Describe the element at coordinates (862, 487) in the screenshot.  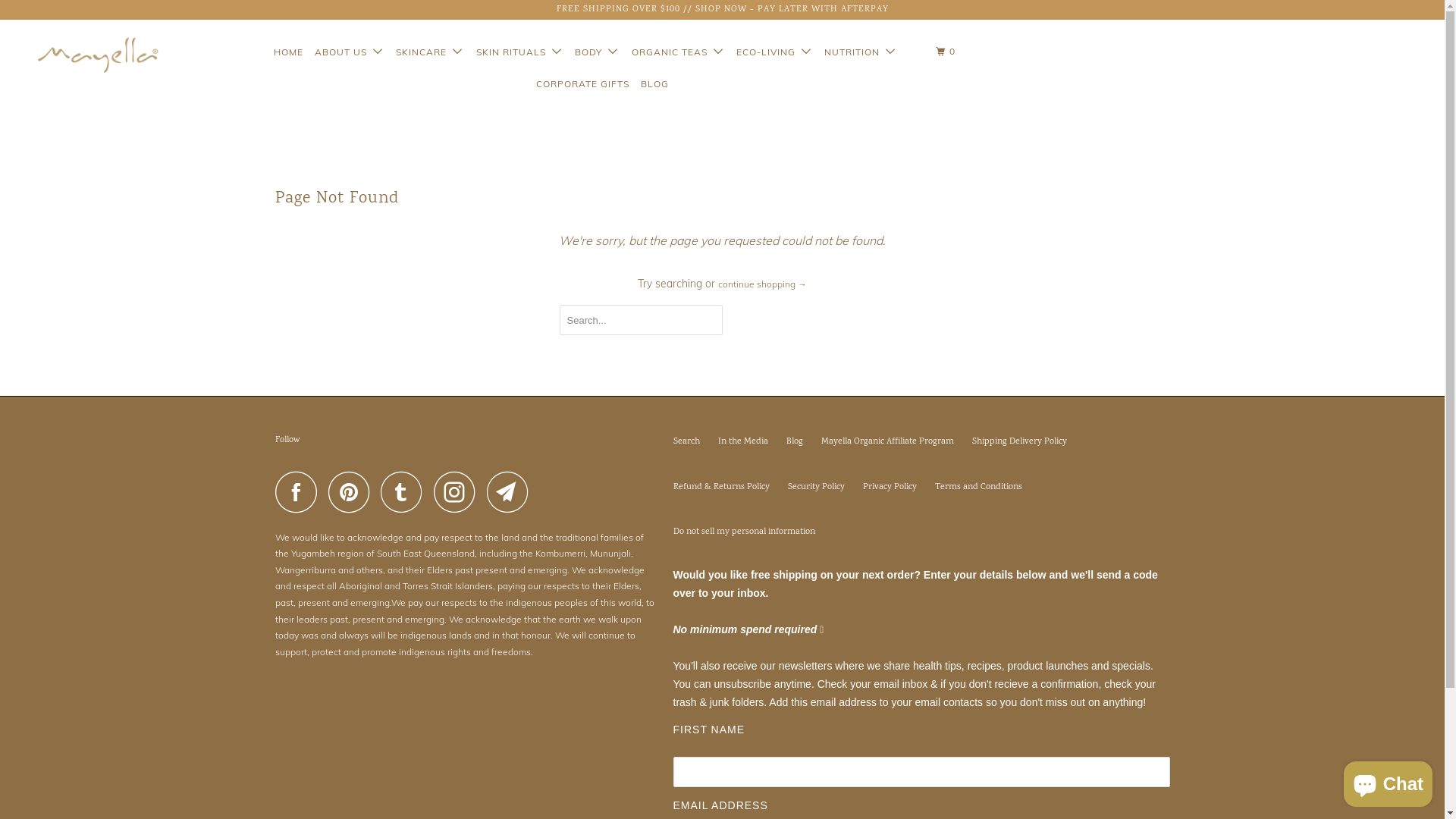
I see `'Privacy Policy'` at that location.